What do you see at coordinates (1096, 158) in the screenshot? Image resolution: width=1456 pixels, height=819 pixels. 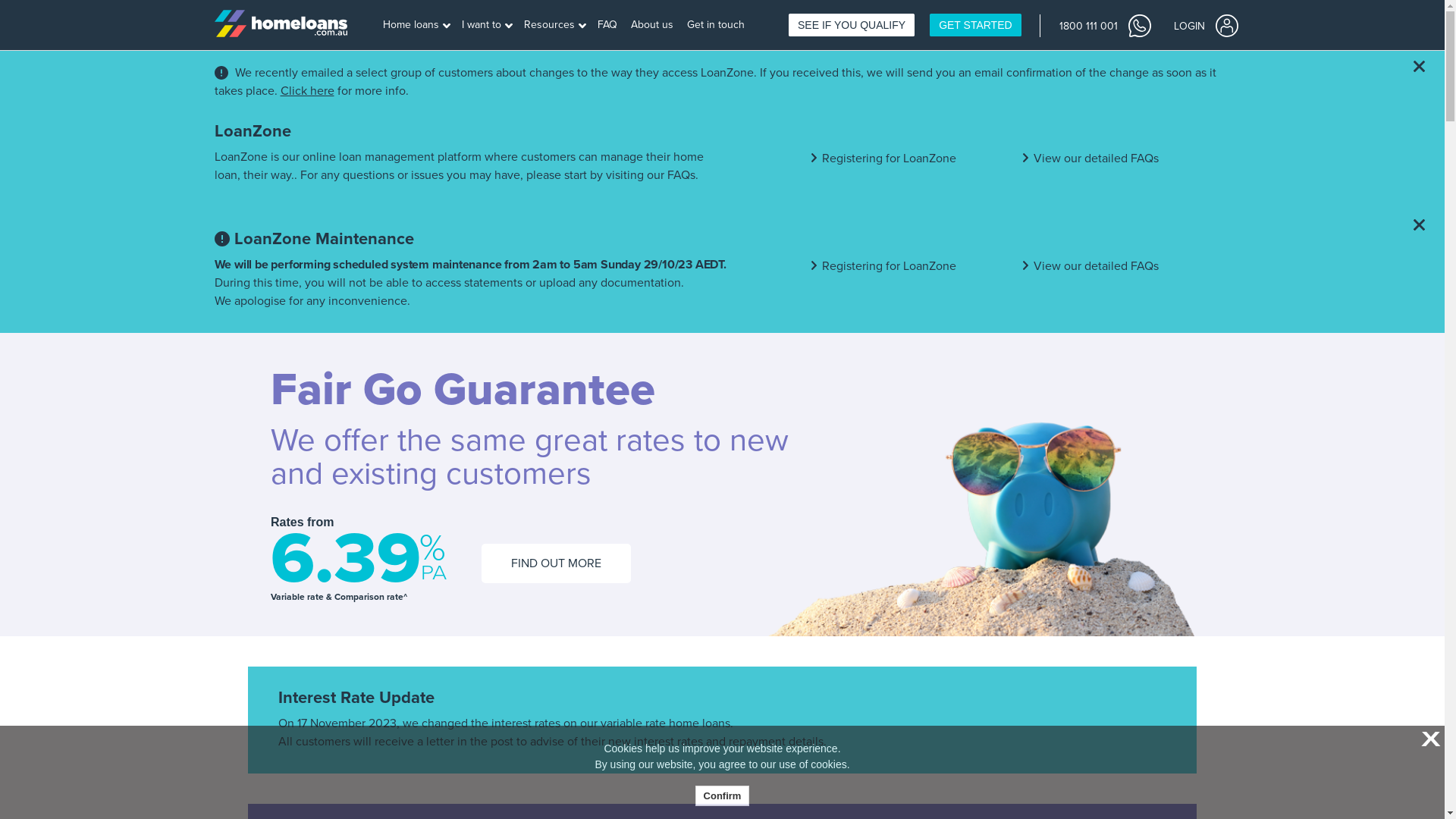 I see `'View our detailed FAQs'` at bounding box center [1096, 158].